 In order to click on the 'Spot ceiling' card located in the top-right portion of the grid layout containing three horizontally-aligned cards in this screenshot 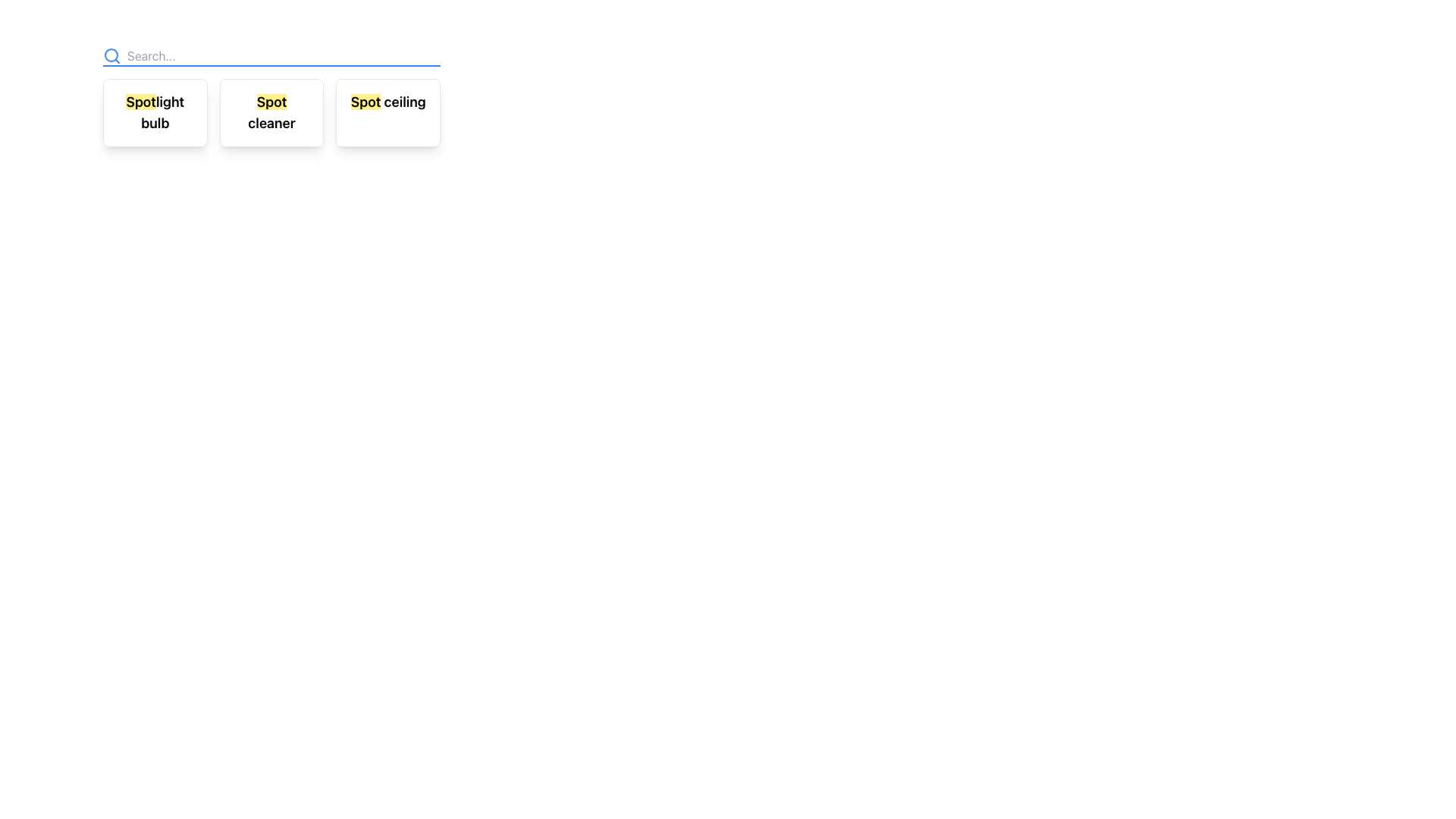, I will do `click(388, 112)`.